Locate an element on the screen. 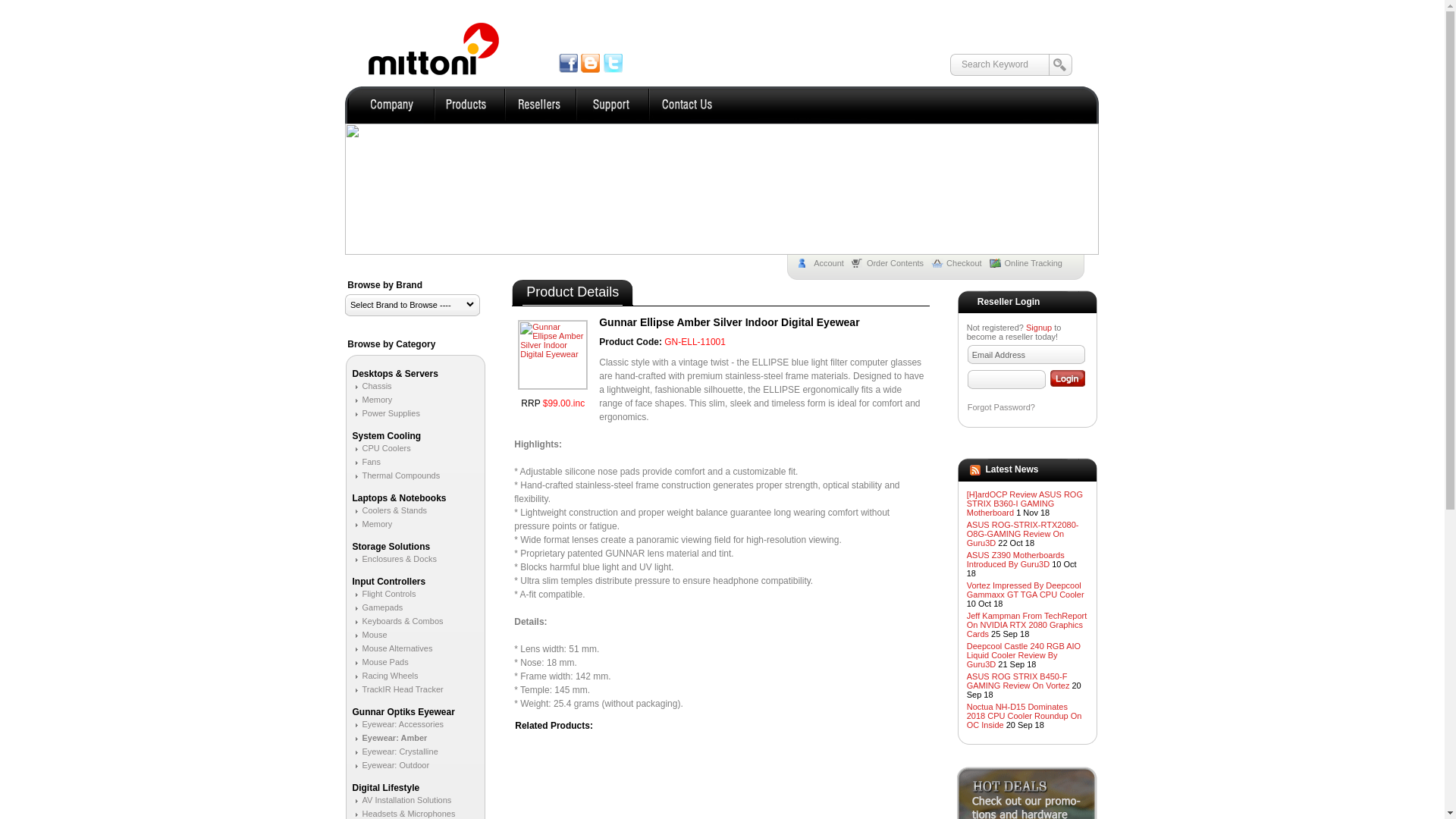 The height and width of the screenshot is (819, 1456). 'Eyewear: Accessories' is located at coordinates (397, 723).